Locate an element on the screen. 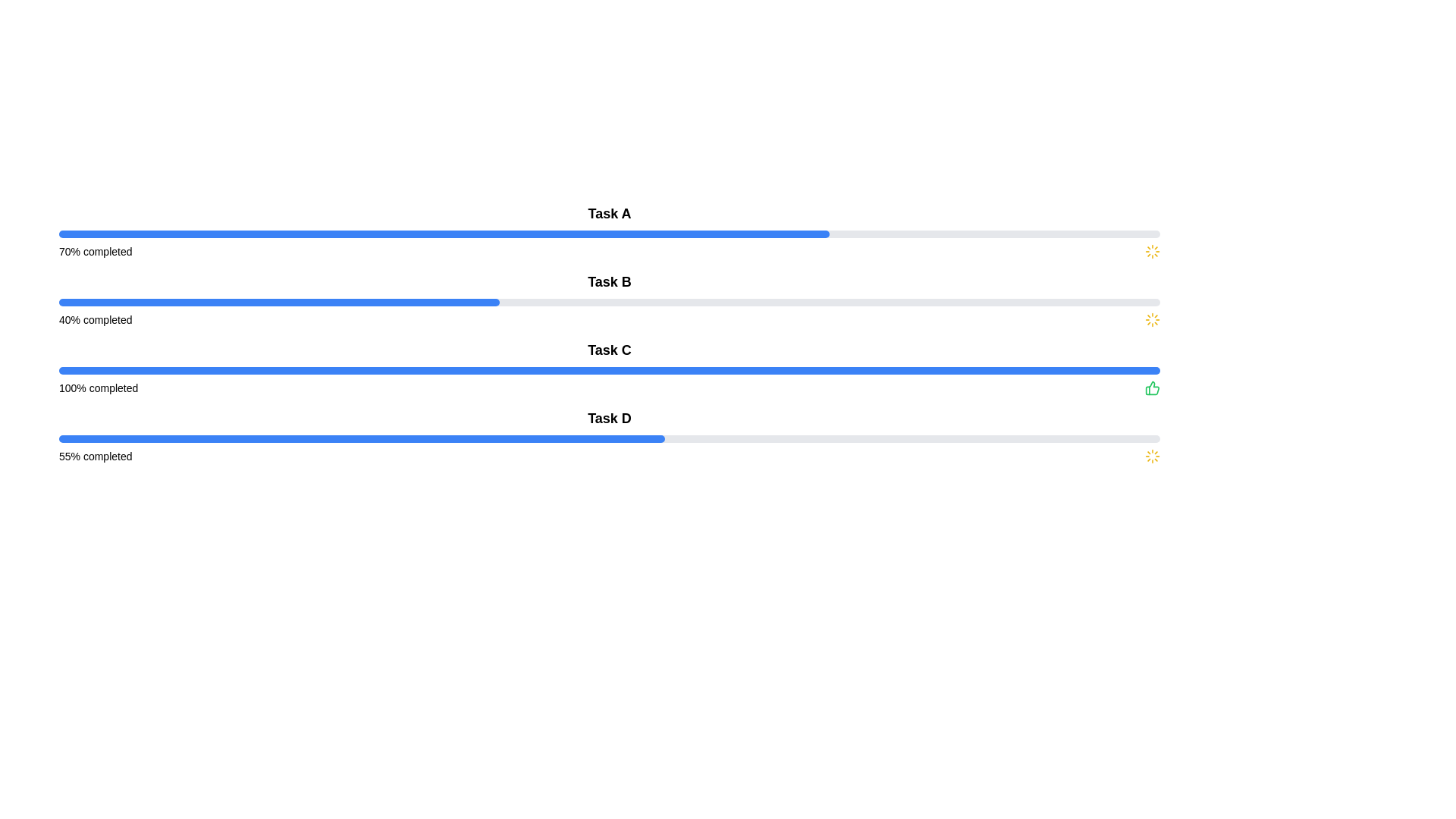  the Text Label that indicates the completion percentage of 'Task B', positioned to the left under the progress bar is located at coordinates (95, 318).